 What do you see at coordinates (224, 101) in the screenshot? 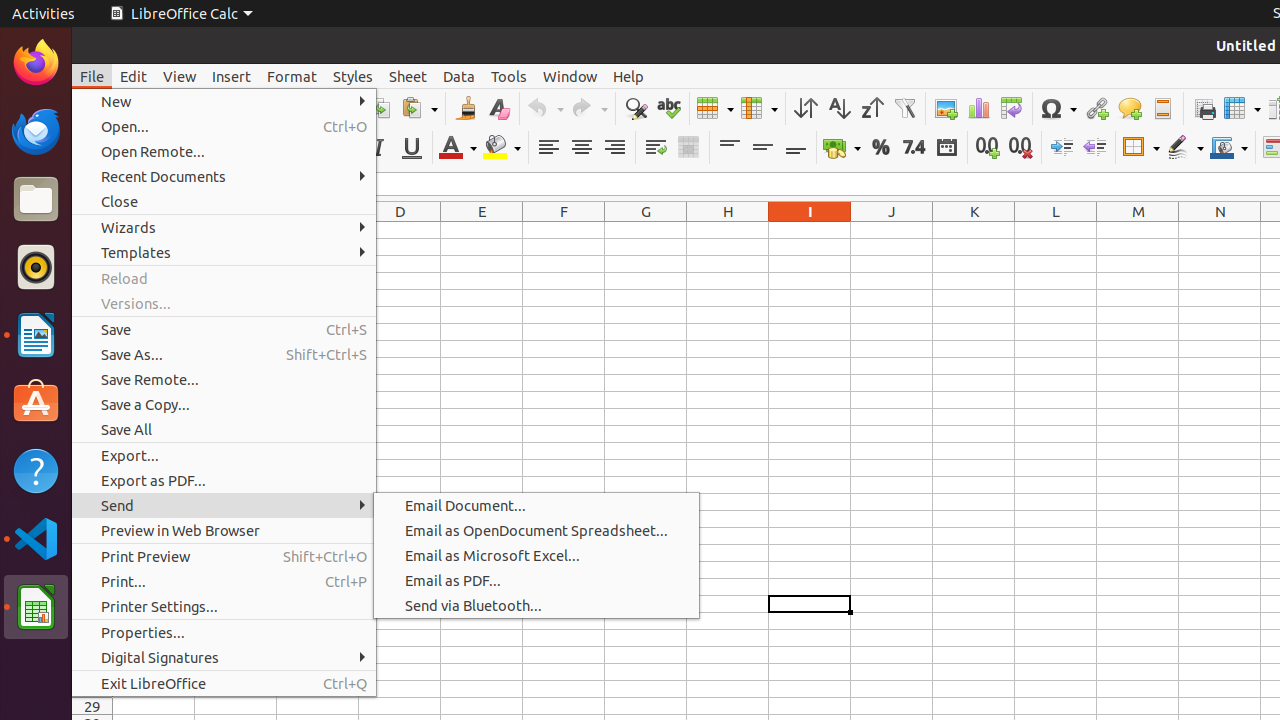
I see `'New'` at bounding box center [224, 101].